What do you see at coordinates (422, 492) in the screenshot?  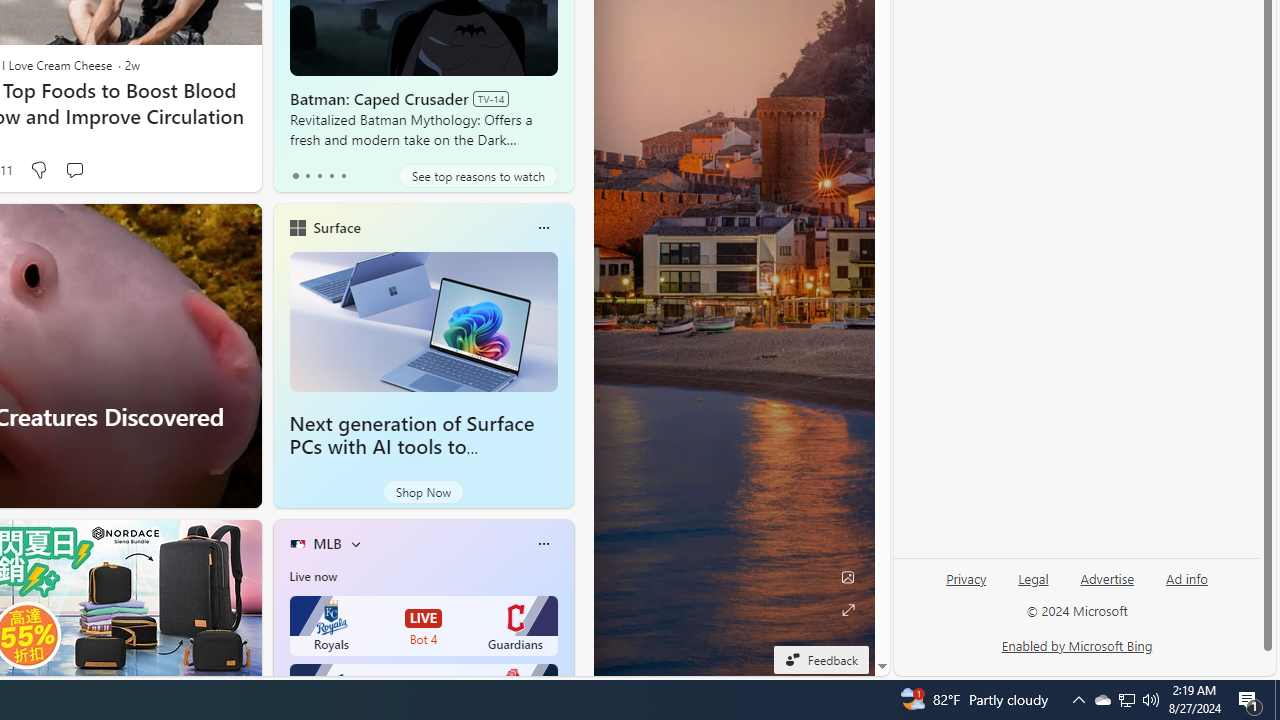 I see `'Shop Now'` at bounding box center [422, 492].